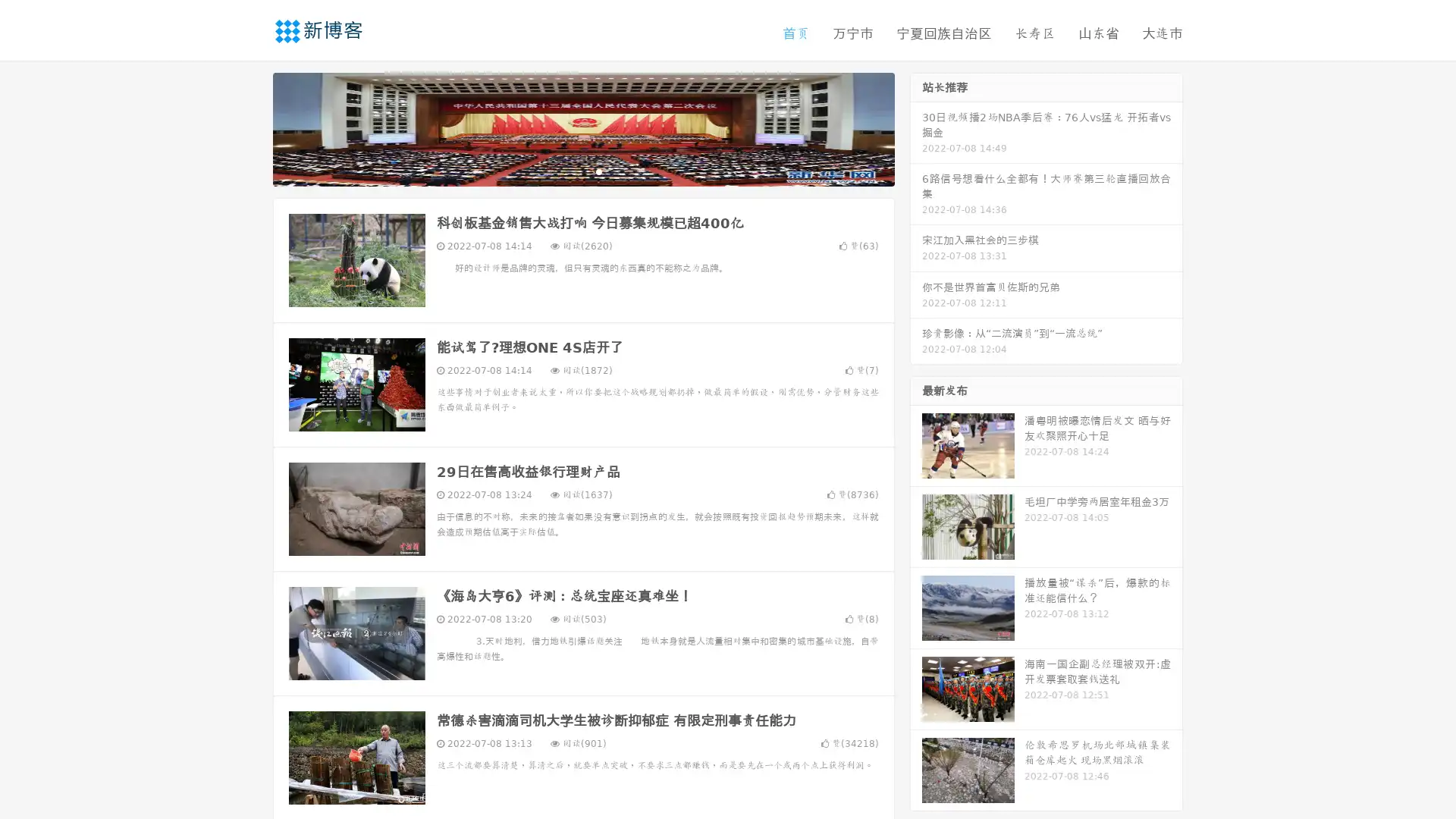  What do you see at coordinates (916, 127) in the screenshot?
I see `Next slide` at bounding box center [916, 127].